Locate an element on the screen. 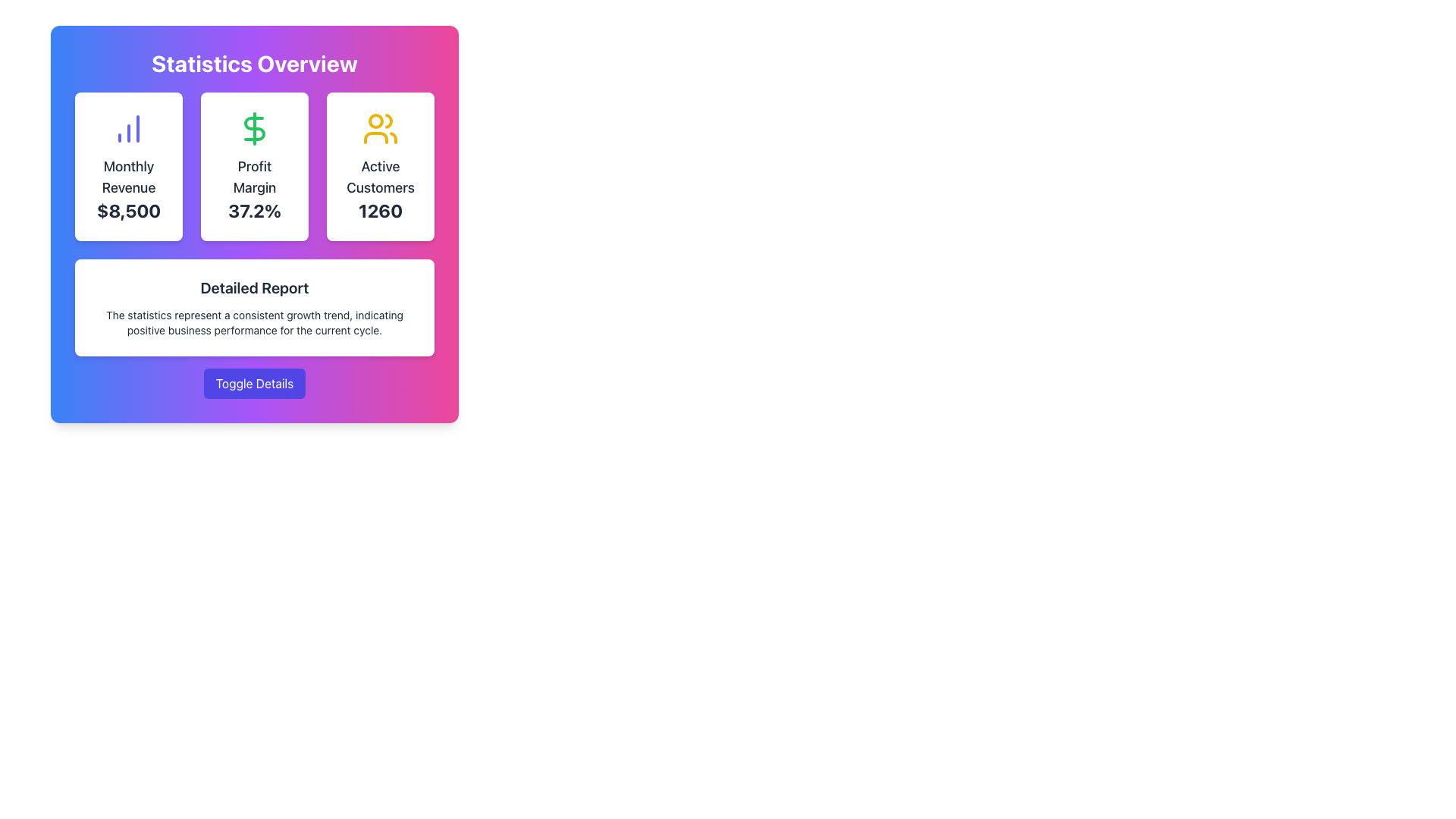 Image resolution: width=1456 pixels, height=819 pixels. the decorative vector graphic component that signifies 'Active Customers' located at the top right of the SVG graphic in the 'Statistics Overview' card is located at coordinates (389, 121).